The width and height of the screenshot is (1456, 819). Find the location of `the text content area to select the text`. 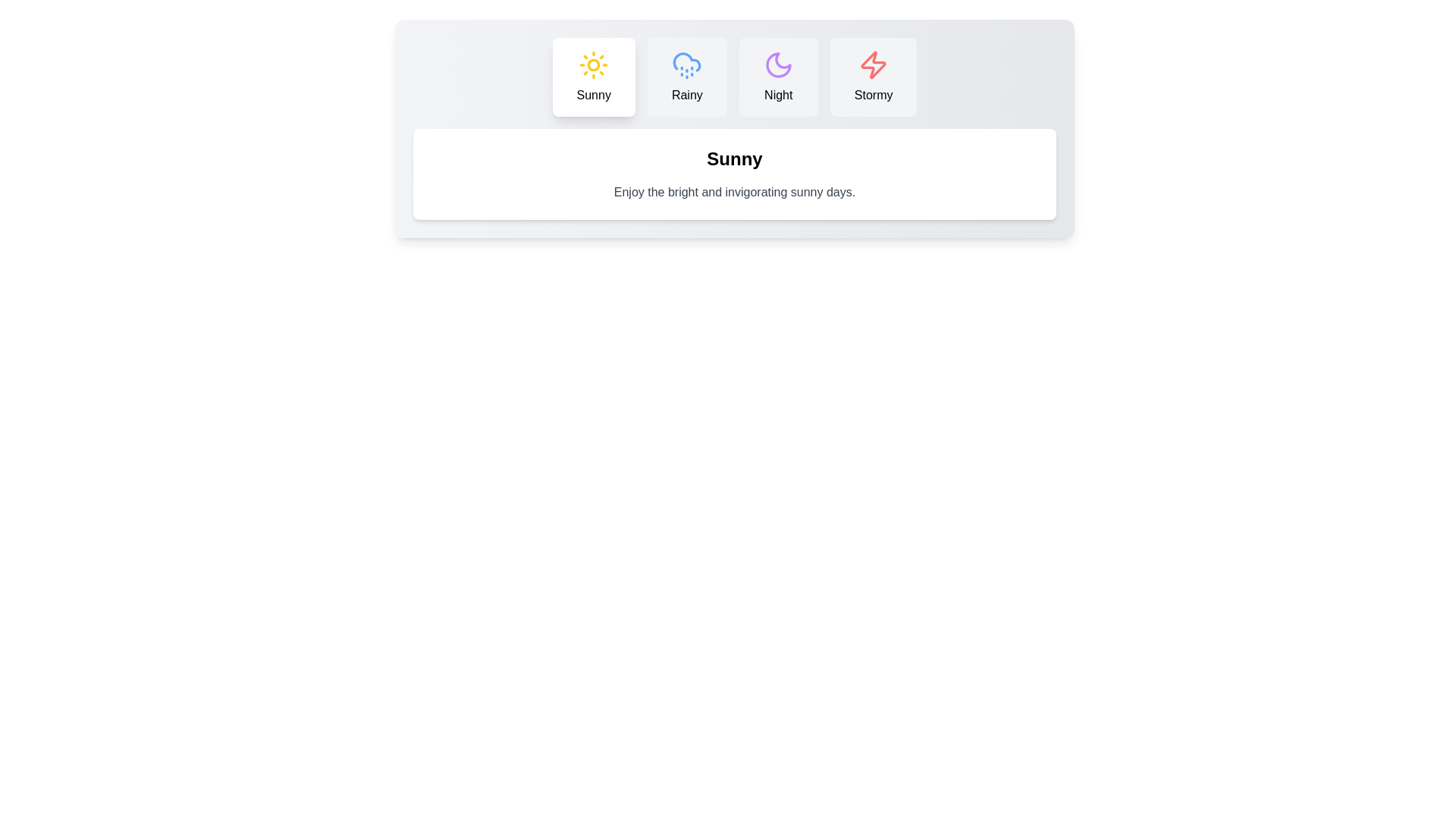

the text content area to select the text is located at coordinates (735, 174).